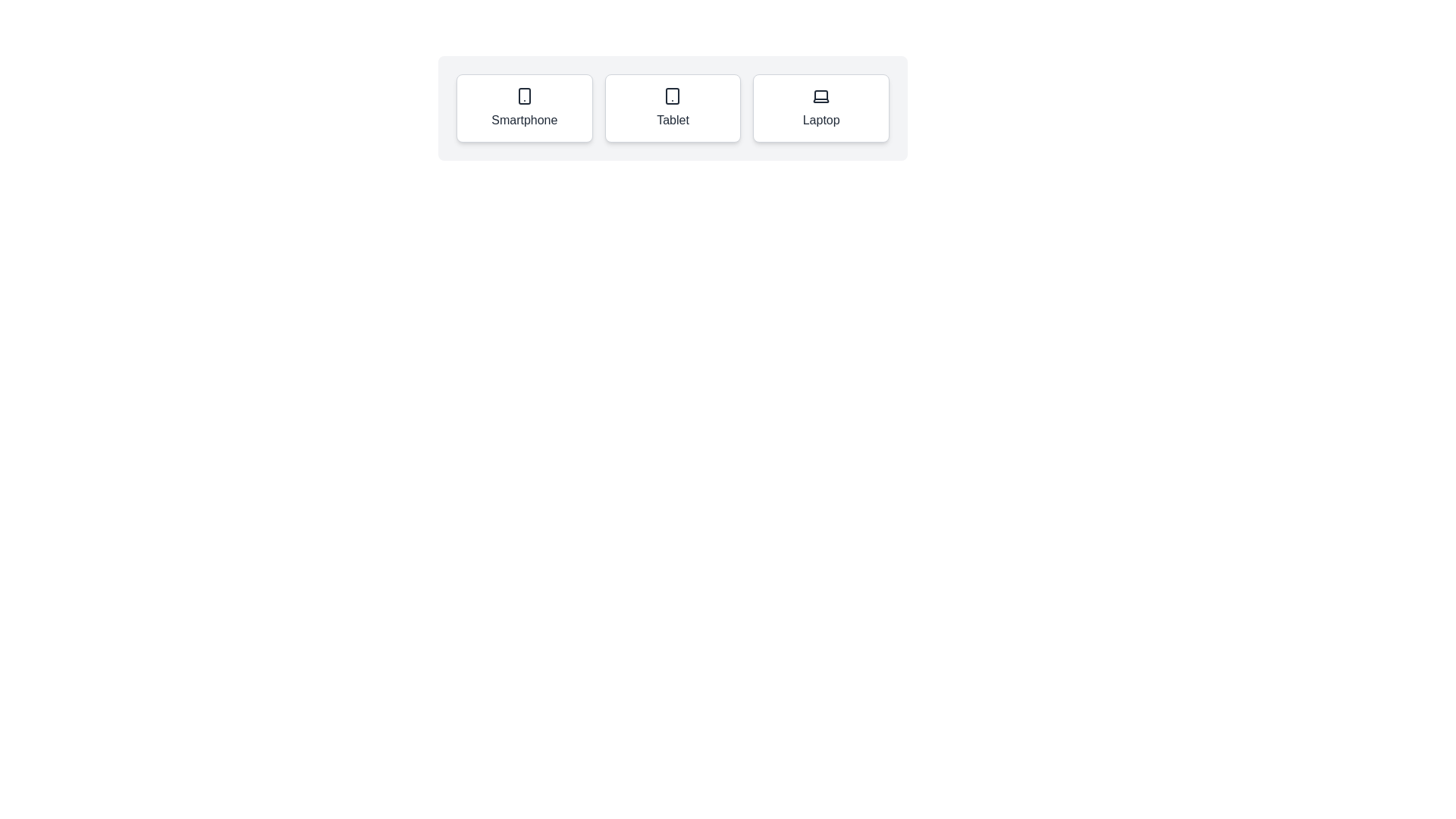  What do you see at coordinates (821, 107) in the screenshot?
I see `the Laptop chip to select it` at bounding box center [821, 107].